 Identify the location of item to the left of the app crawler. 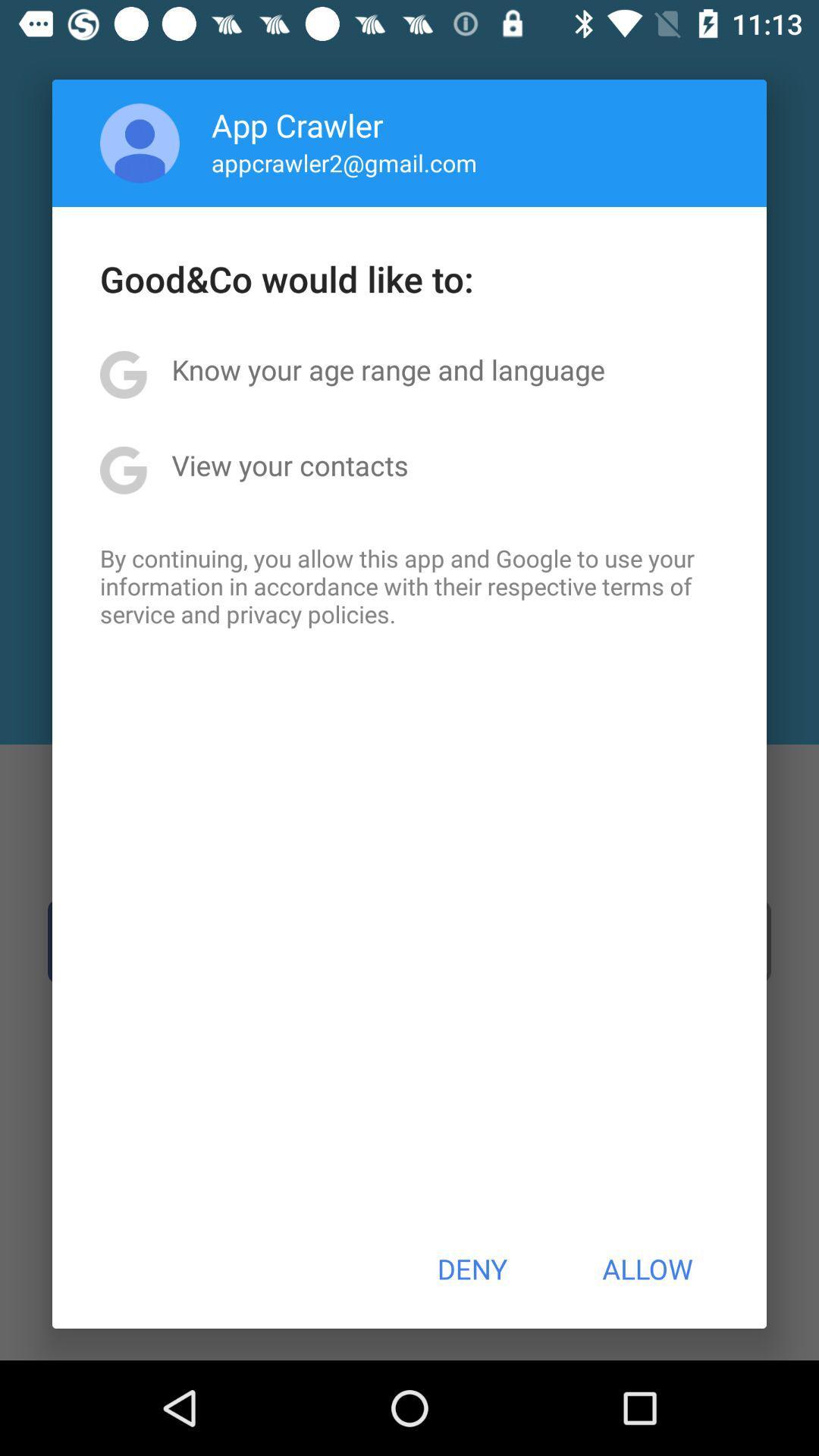
(140, 143).